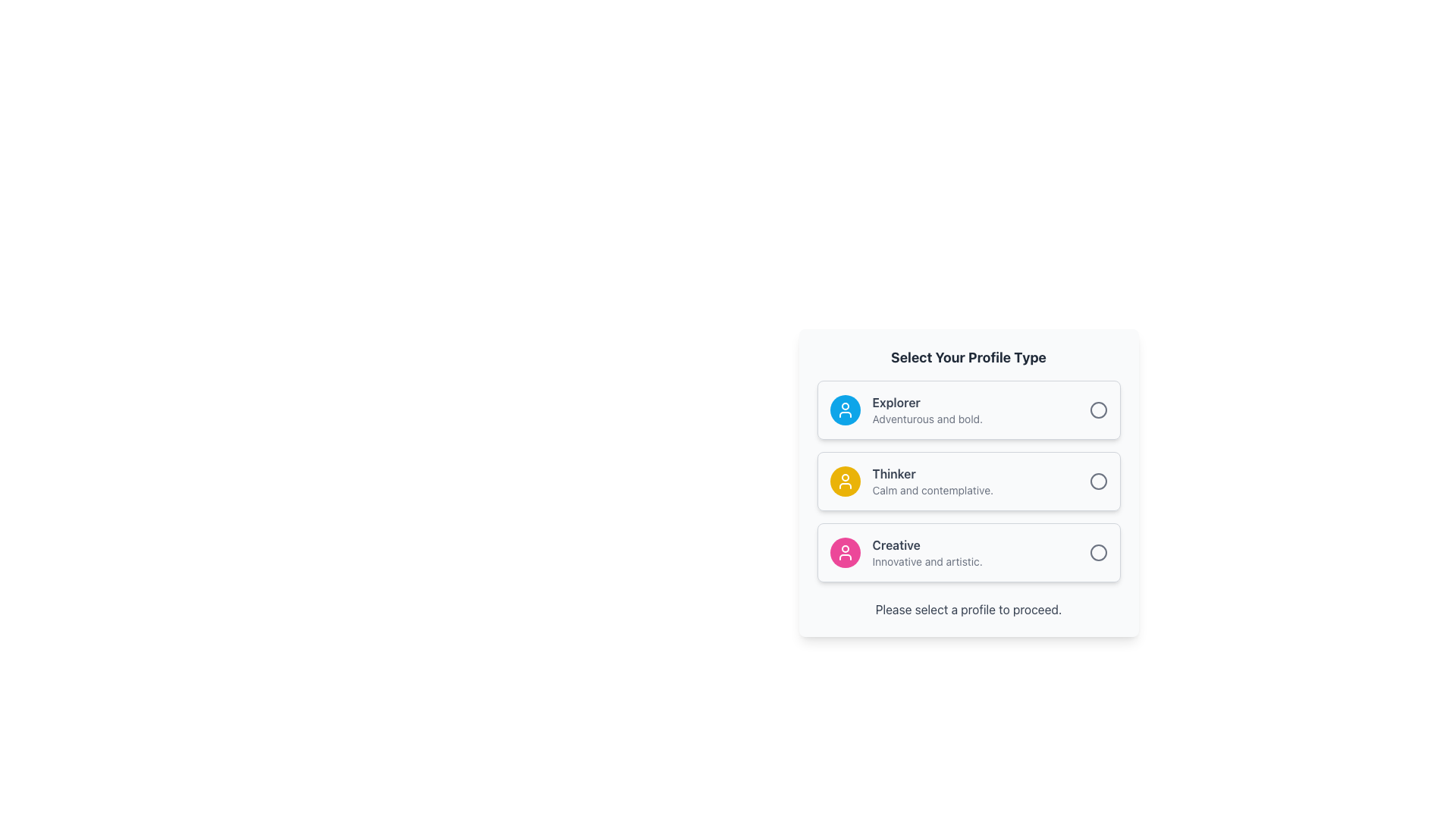  I want to click on the radio button located at the far right of the list item labeled 'Explorer Adventurous and bold', so click(1098, 409).